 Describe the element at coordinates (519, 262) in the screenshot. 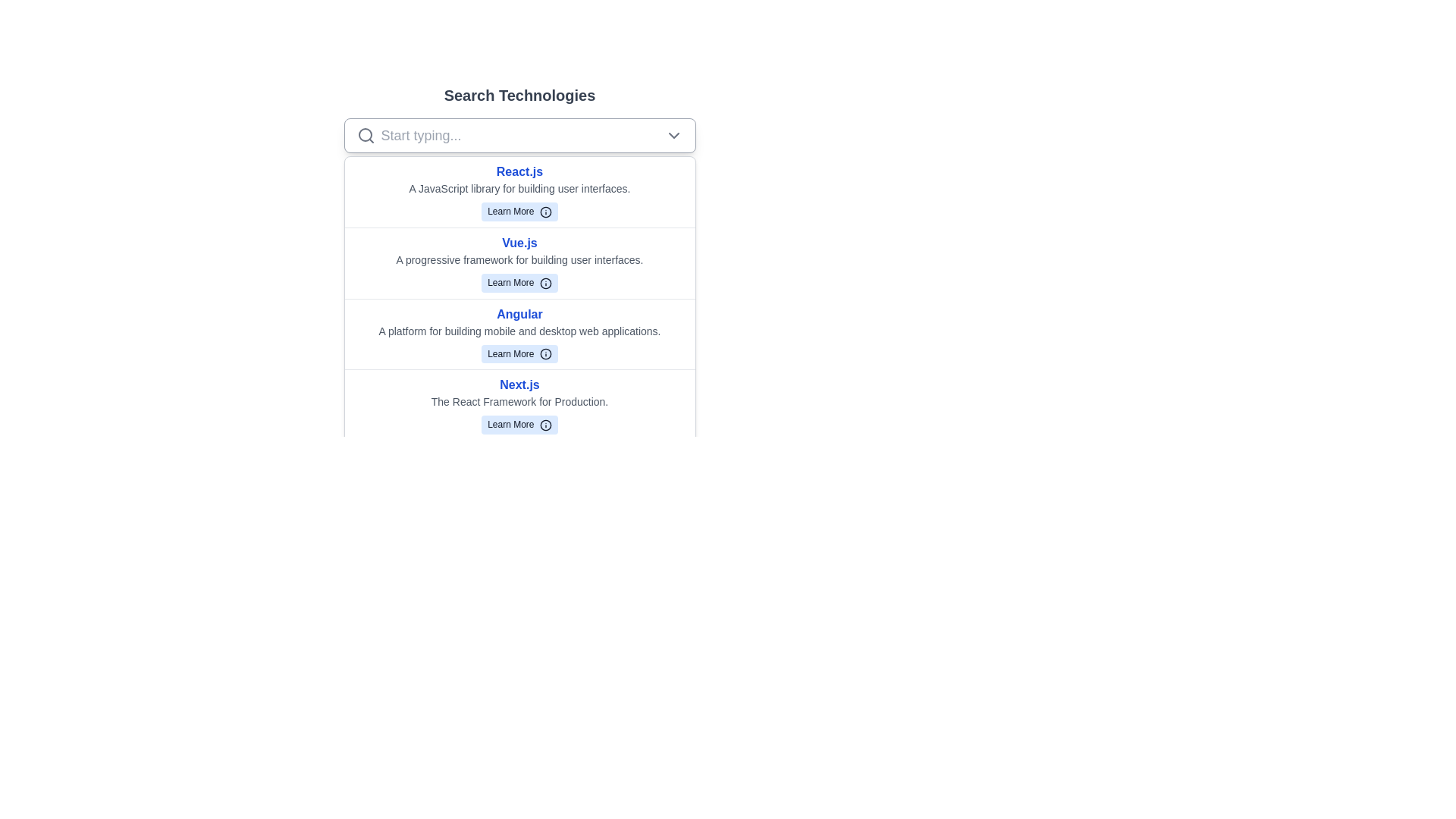

I see `the 'Learn More' button within the Vue.js information composite element located in the dropdown list below the search bar` at that location.